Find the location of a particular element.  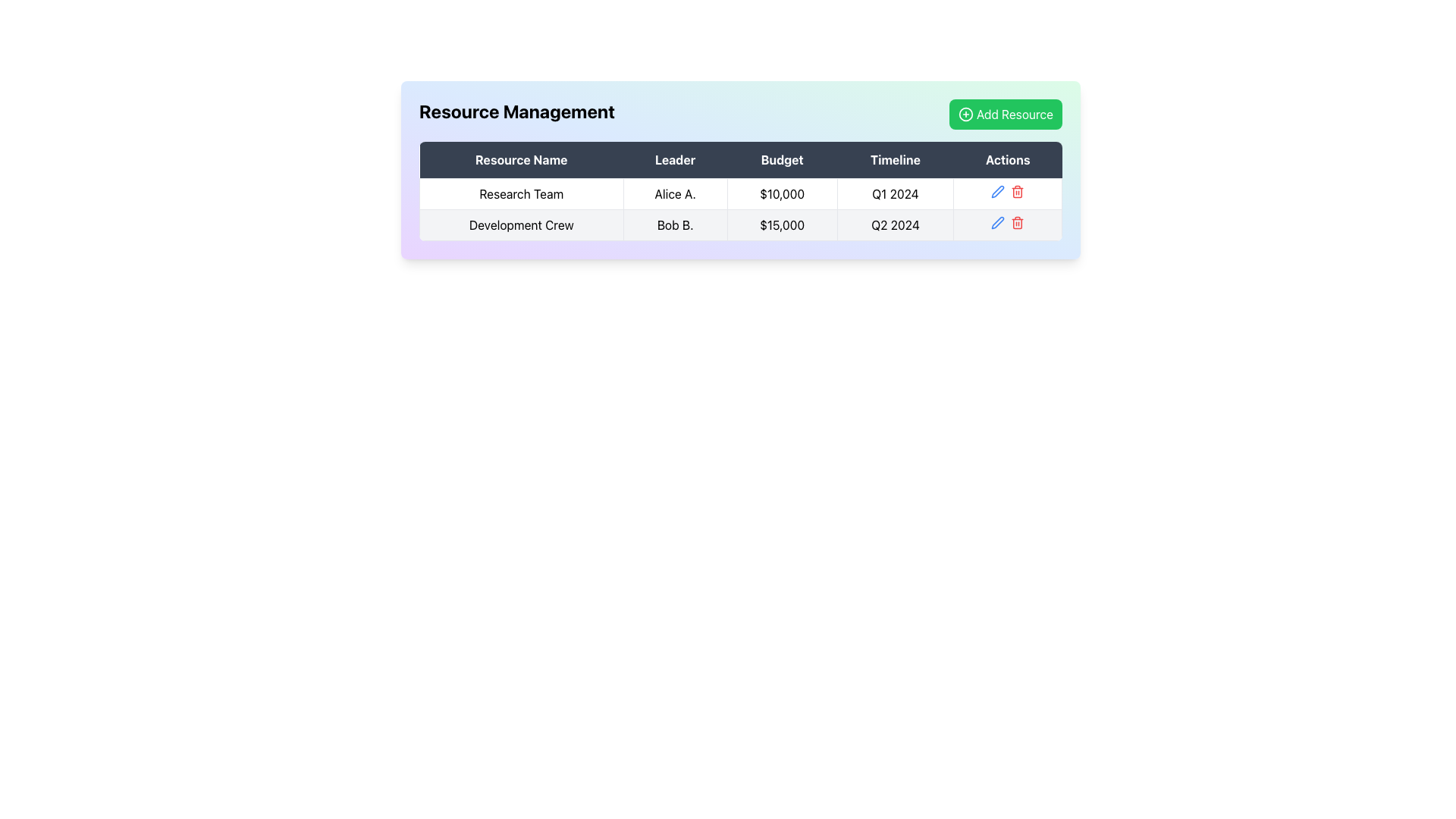

the text label 'Resource Name', which is the first column header in the table with a dark background and white bold text is located at coordinates (521, 160).